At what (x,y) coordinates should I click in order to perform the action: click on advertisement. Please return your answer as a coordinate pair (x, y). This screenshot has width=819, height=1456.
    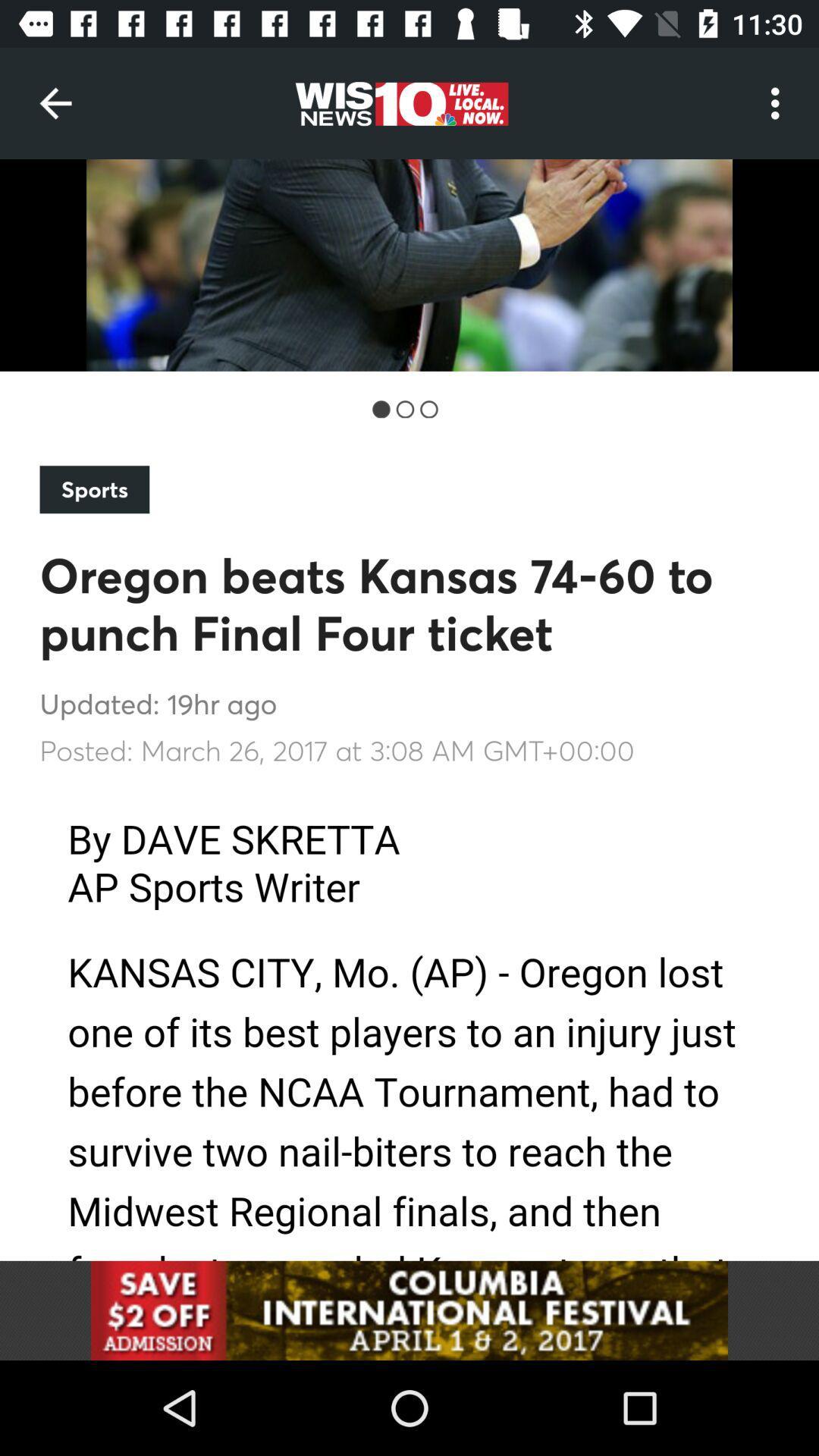
    Looking at the image, I should click on (409, 1310).